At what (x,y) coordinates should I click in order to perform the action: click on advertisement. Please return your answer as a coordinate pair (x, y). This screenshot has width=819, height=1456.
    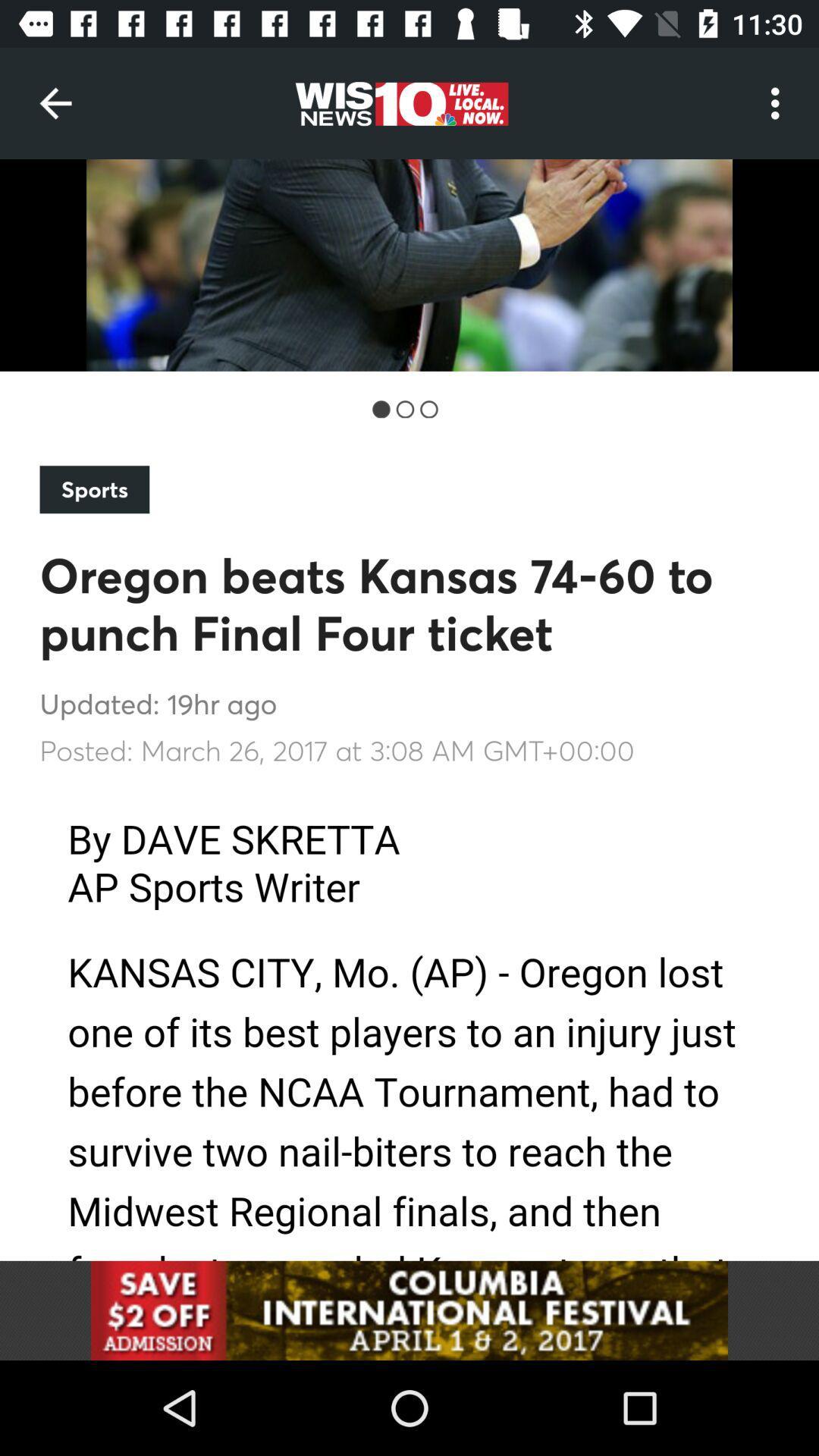
    Looking at the image, I should click on (409, 1310).